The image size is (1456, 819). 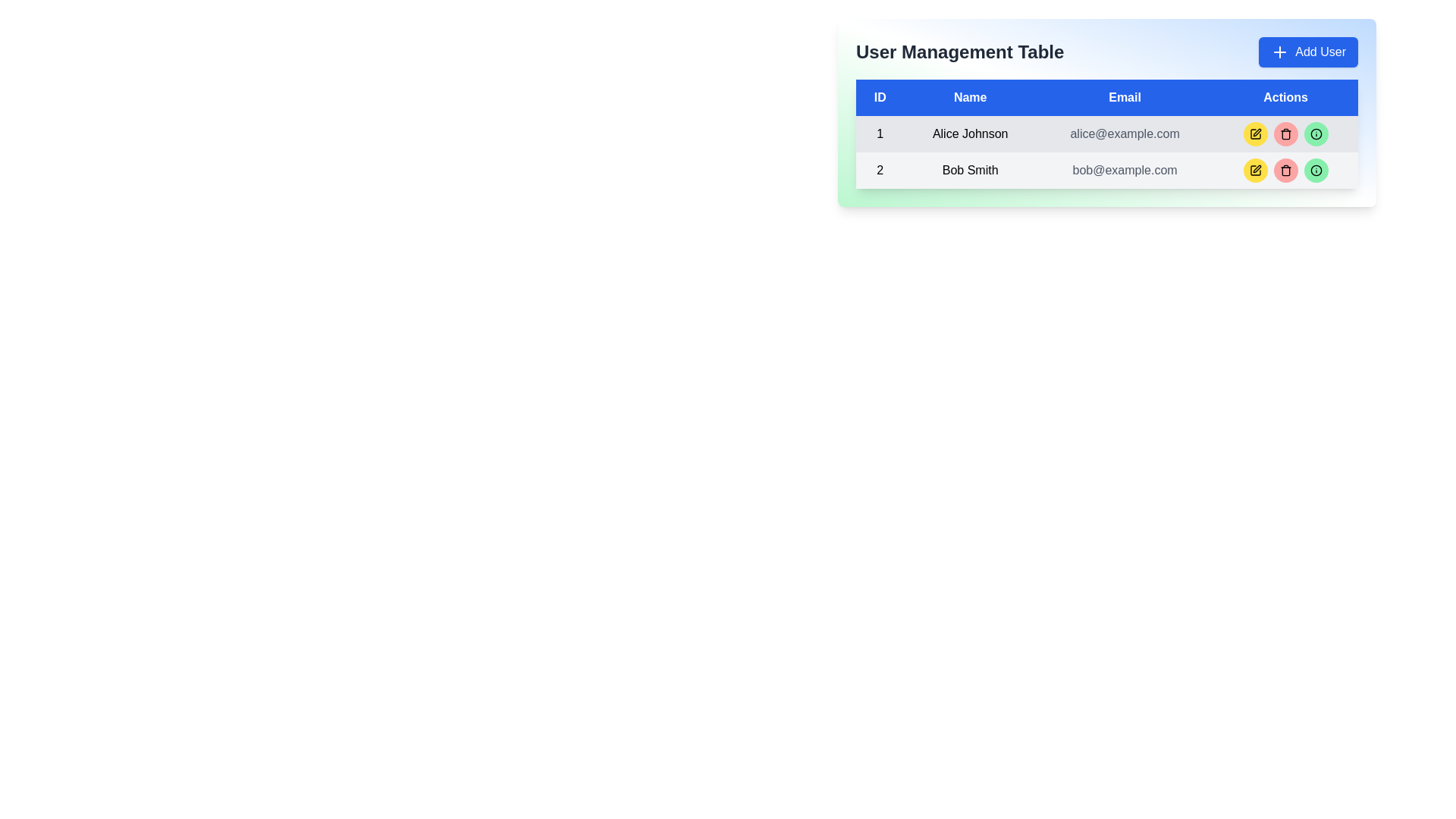 I want to click on the Table Column Header labeled 'Name', which is the second column header in the table's header row, positioned between the 'ID' and 'Email' column headers, so click(x=969, y=97).